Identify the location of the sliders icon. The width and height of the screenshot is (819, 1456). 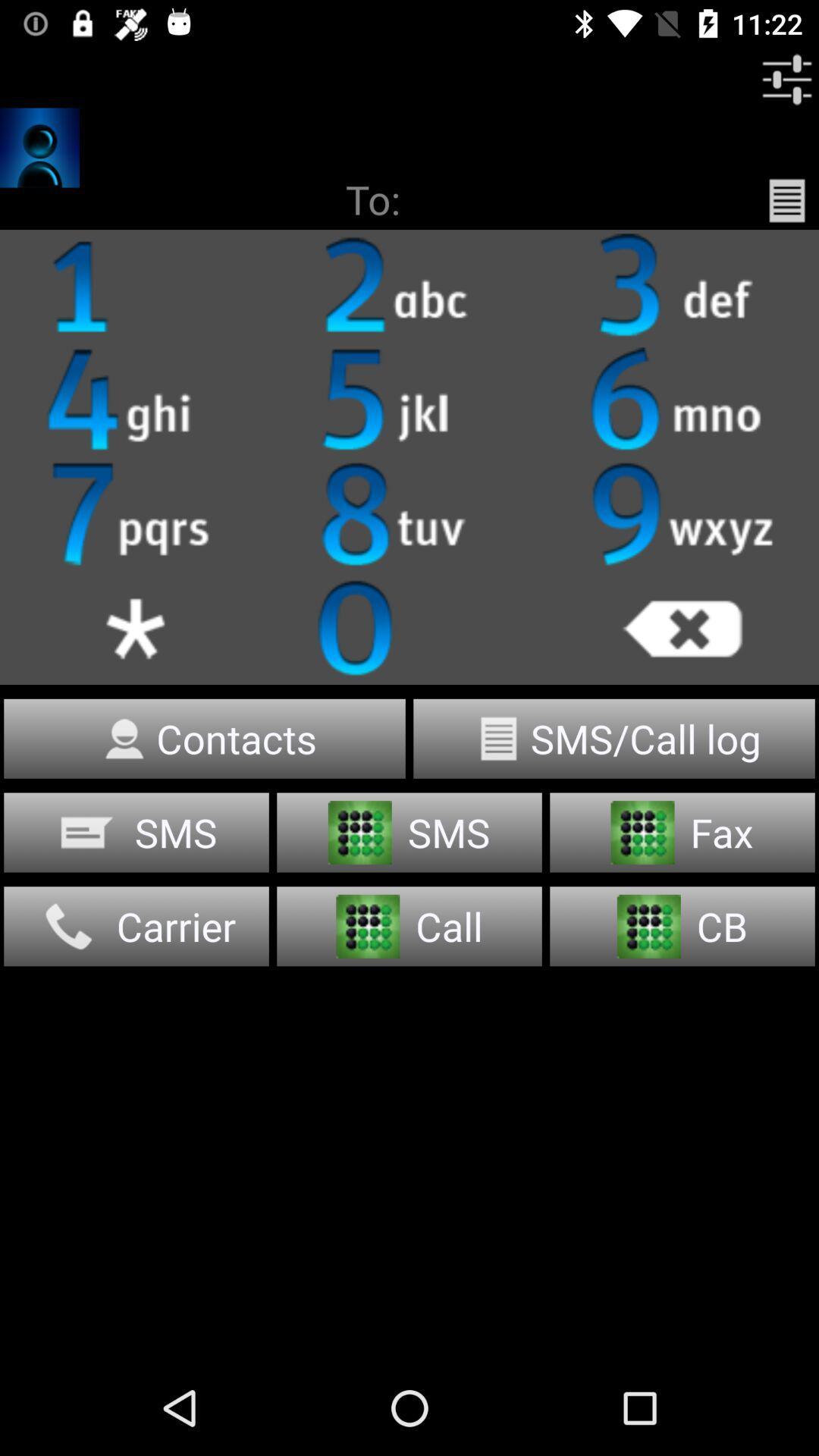
(786, 79).